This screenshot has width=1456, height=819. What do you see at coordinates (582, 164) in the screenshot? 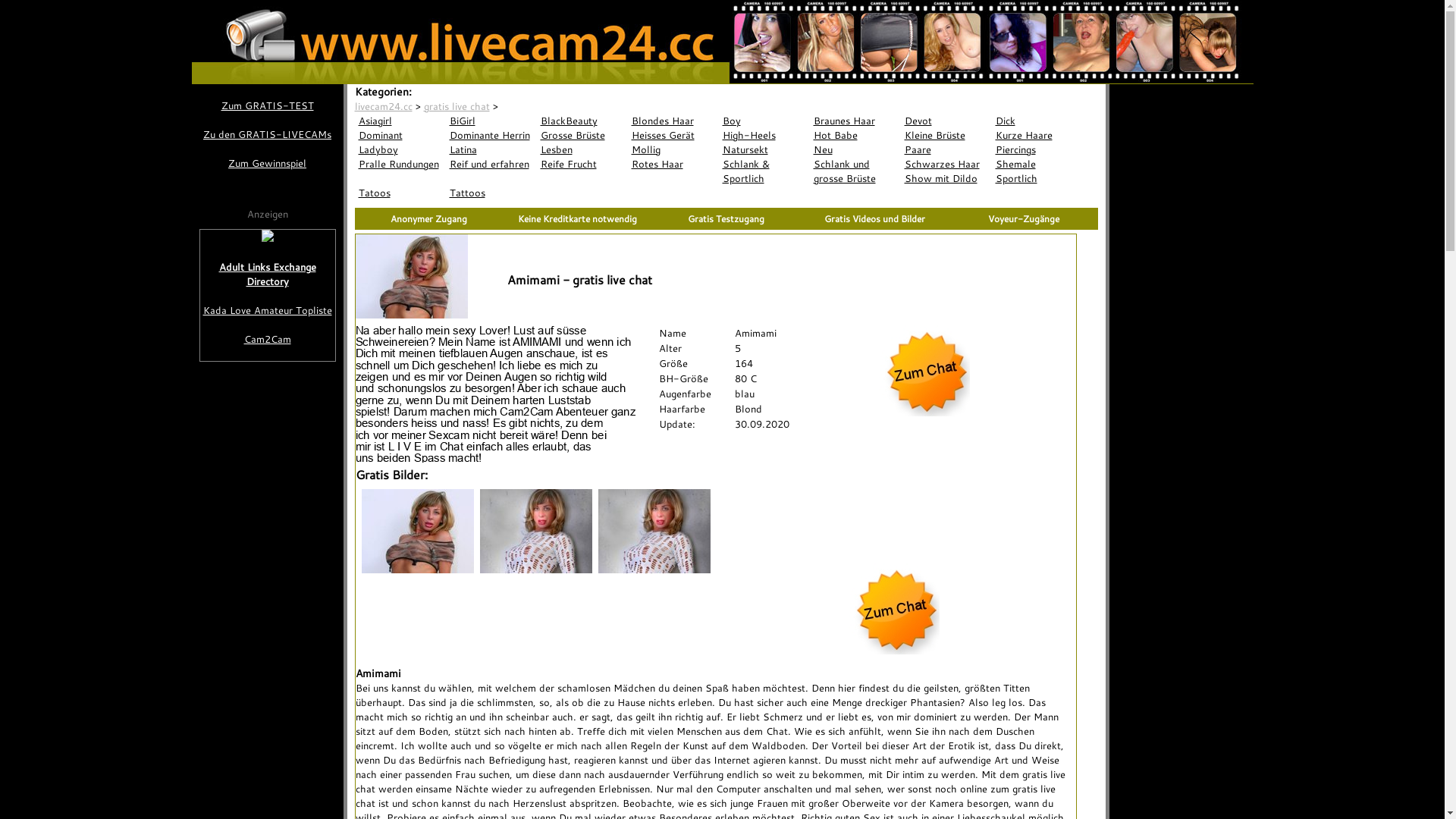
I see `'Reife Frucht'` at bounding box center [582, 164].